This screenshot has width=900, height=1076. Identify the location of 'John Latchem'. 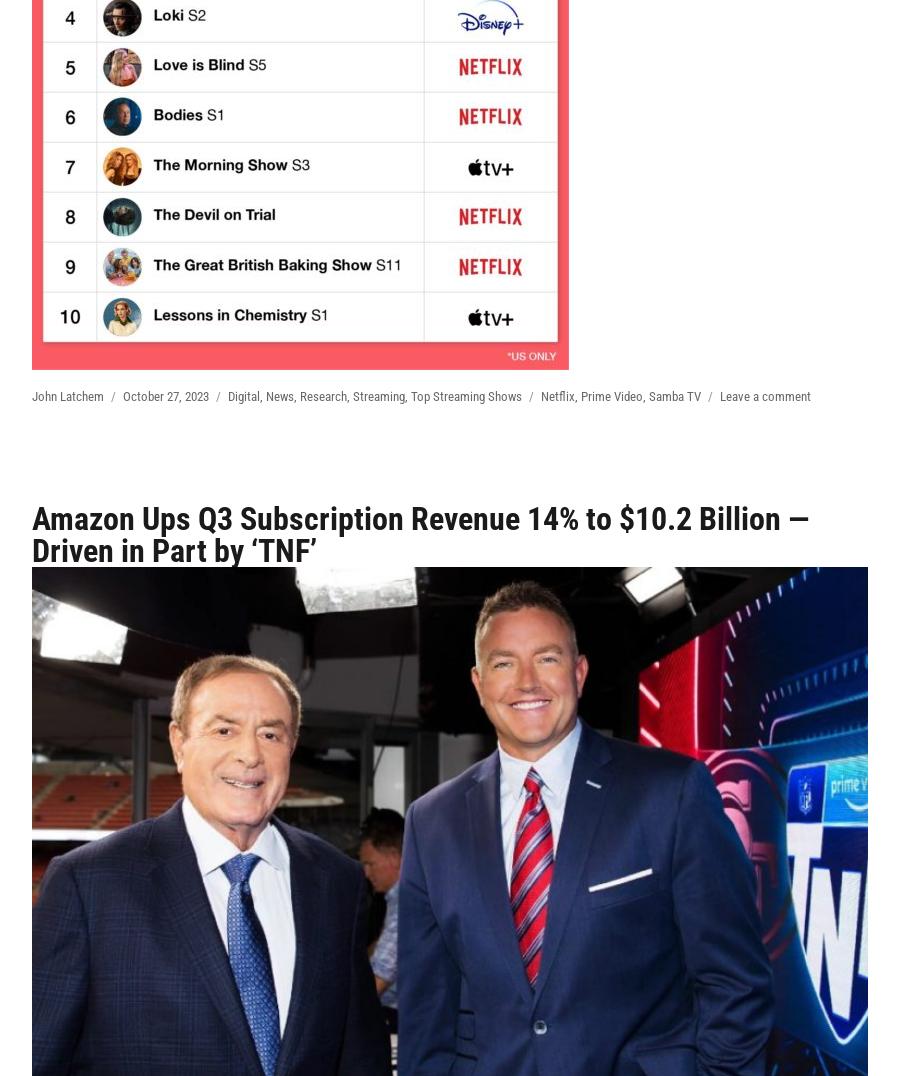
(31, 395).